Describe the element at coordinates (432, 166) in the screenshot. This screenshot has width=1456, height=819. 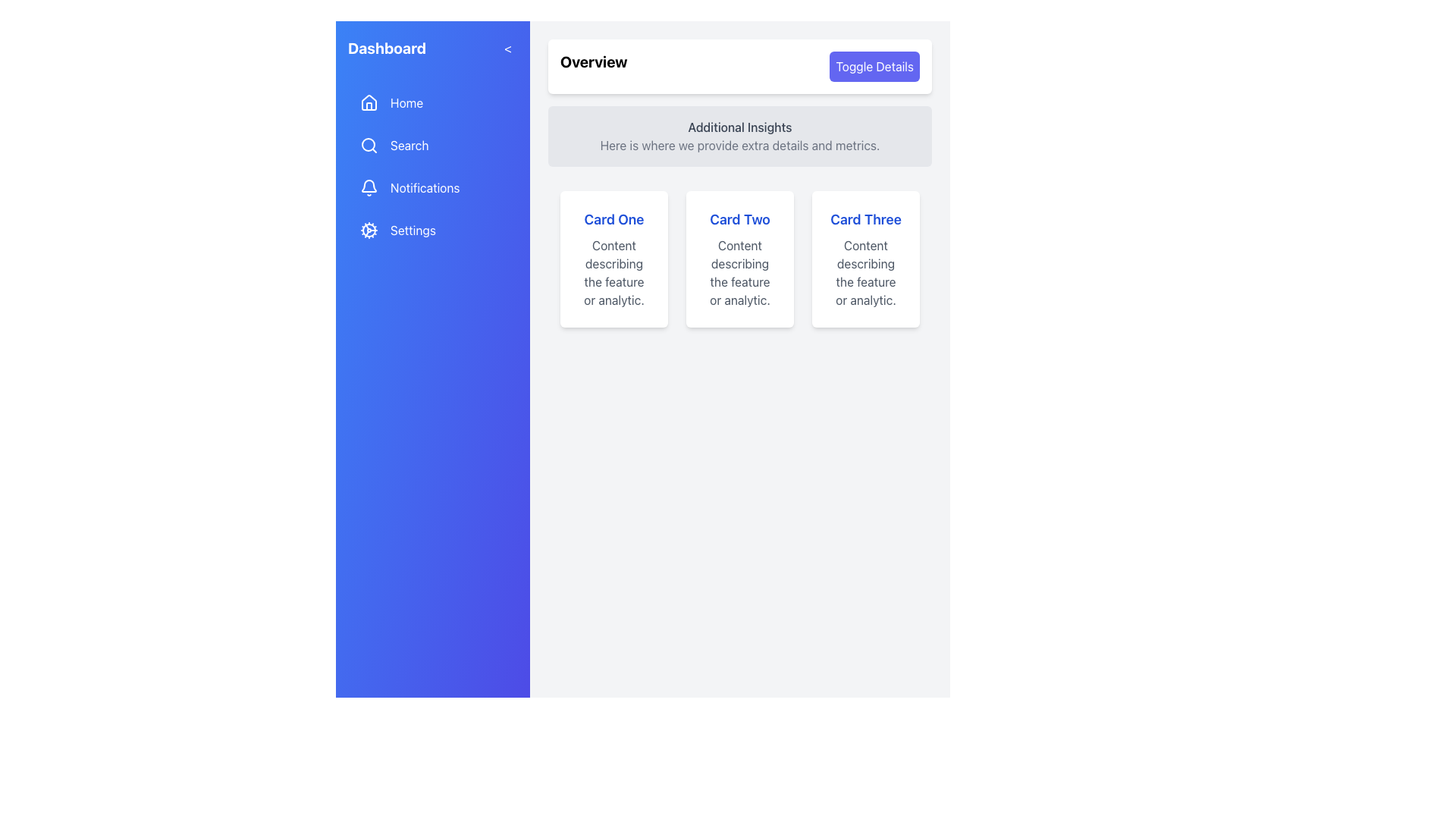
I see `the navigation button for the search functionality located in the sidebar, positioned between 'Home' and 'Notifications'` at that location.